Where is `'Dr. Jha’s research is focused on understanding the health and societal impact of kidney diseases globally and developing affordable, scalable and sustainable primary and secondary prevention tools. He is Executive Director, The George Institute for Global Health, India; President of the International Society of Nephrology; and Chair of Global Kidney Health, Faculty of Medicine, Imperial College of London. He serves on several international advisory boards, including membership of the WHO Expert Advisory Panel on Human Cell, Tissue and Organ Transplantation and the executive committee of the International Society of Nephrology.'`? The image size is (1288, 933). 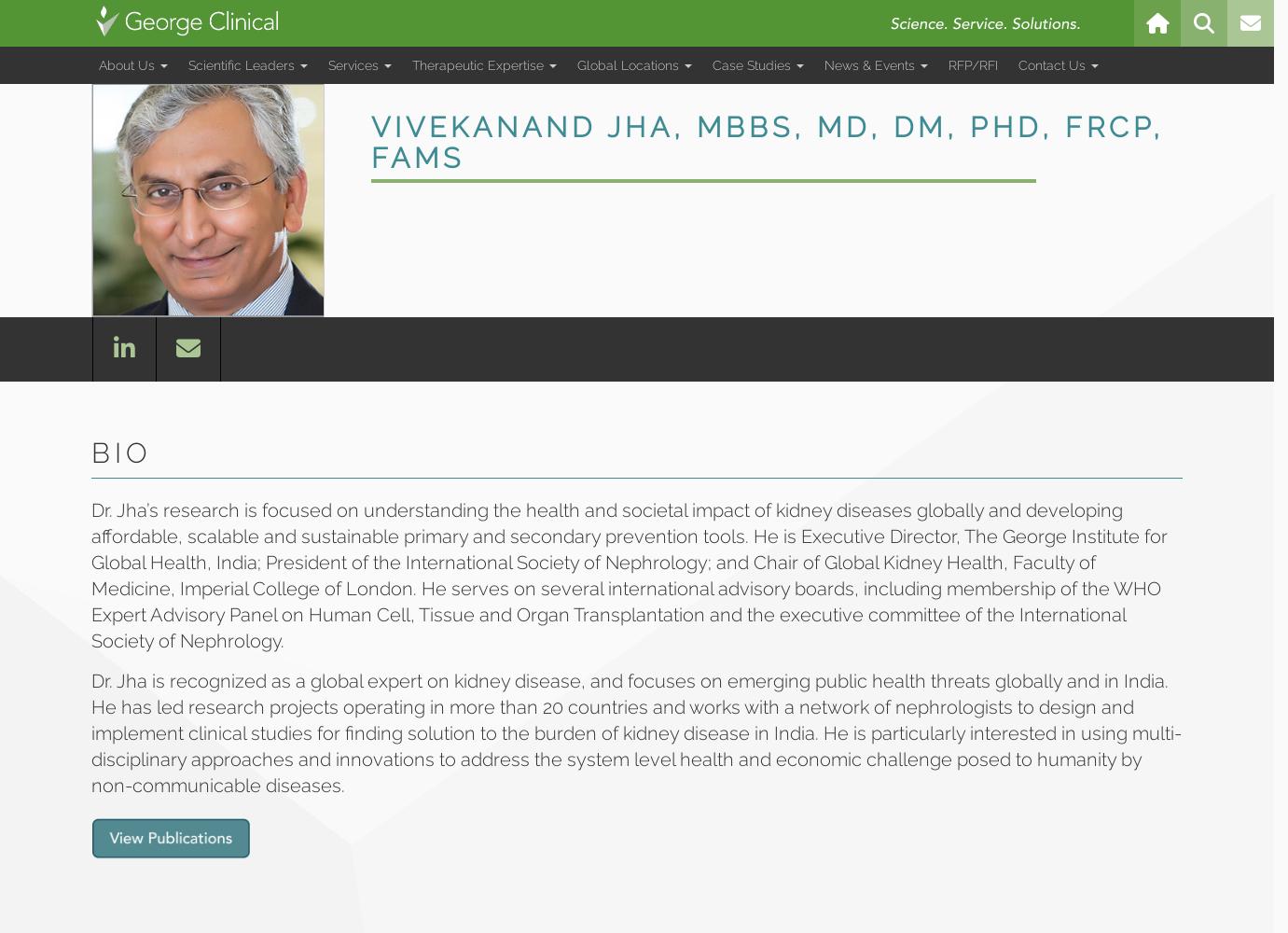 'Dr. Jha’s research is focused on understanding the health and societal impact of kidney diseases globally and developing affordable, scalable and sustainable primary and secondary prevention tools. He is Executive Director, The George Institute for Global Health, India; President of the International Society of Nephrology; and Chair of Global Kidney Health, Faculty of Medicine, Imperial College of London. He serves on several international advisory boards, including membership of the WHO Expert Advisory Panel on Human Cell, Tissue and Organ Transplantation and the executive committee of the International Society of Nephrology.' is located at coordinates (629, 575).